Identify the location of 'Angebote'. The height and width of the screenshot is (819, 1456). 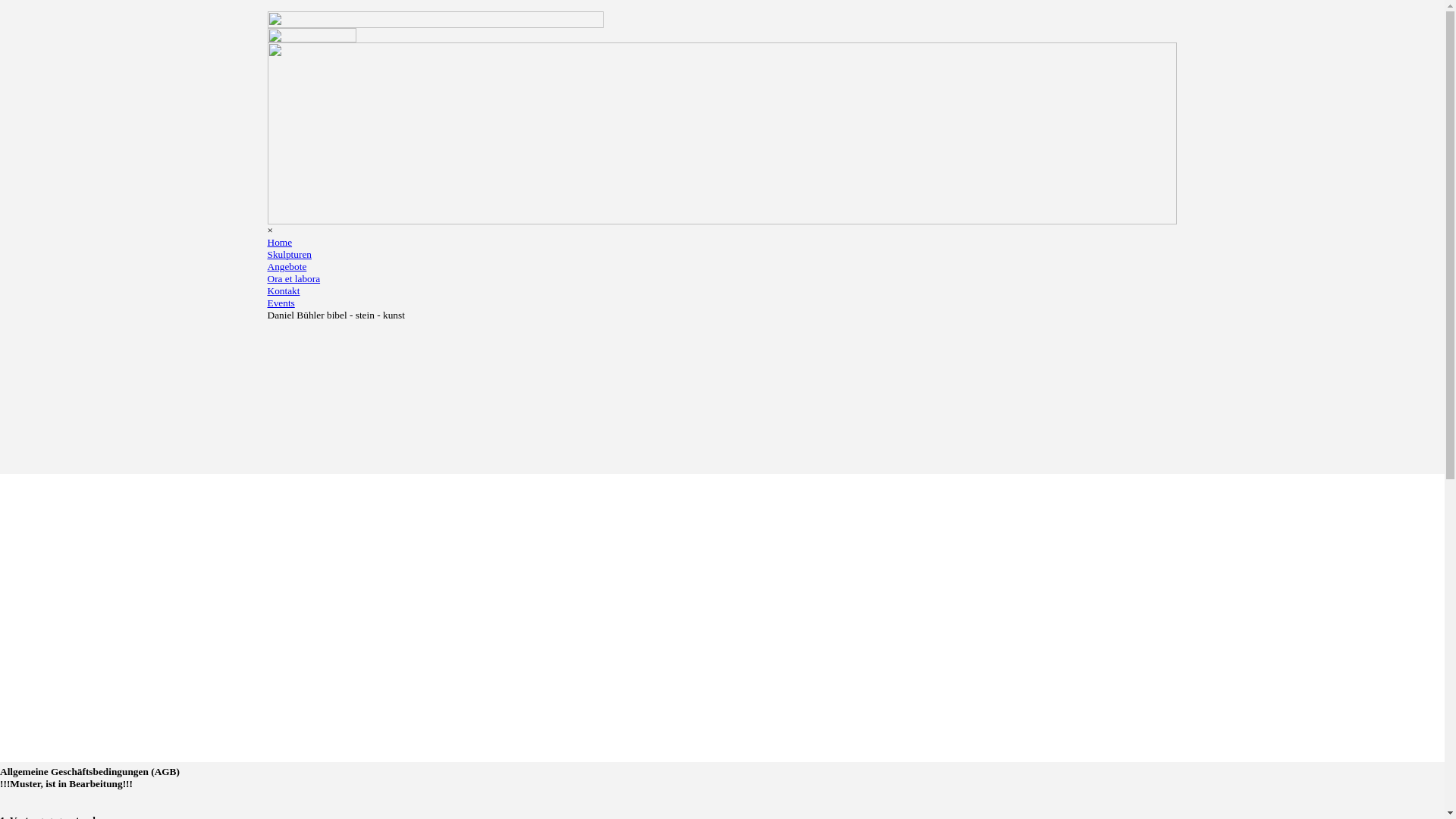
(266, 265).